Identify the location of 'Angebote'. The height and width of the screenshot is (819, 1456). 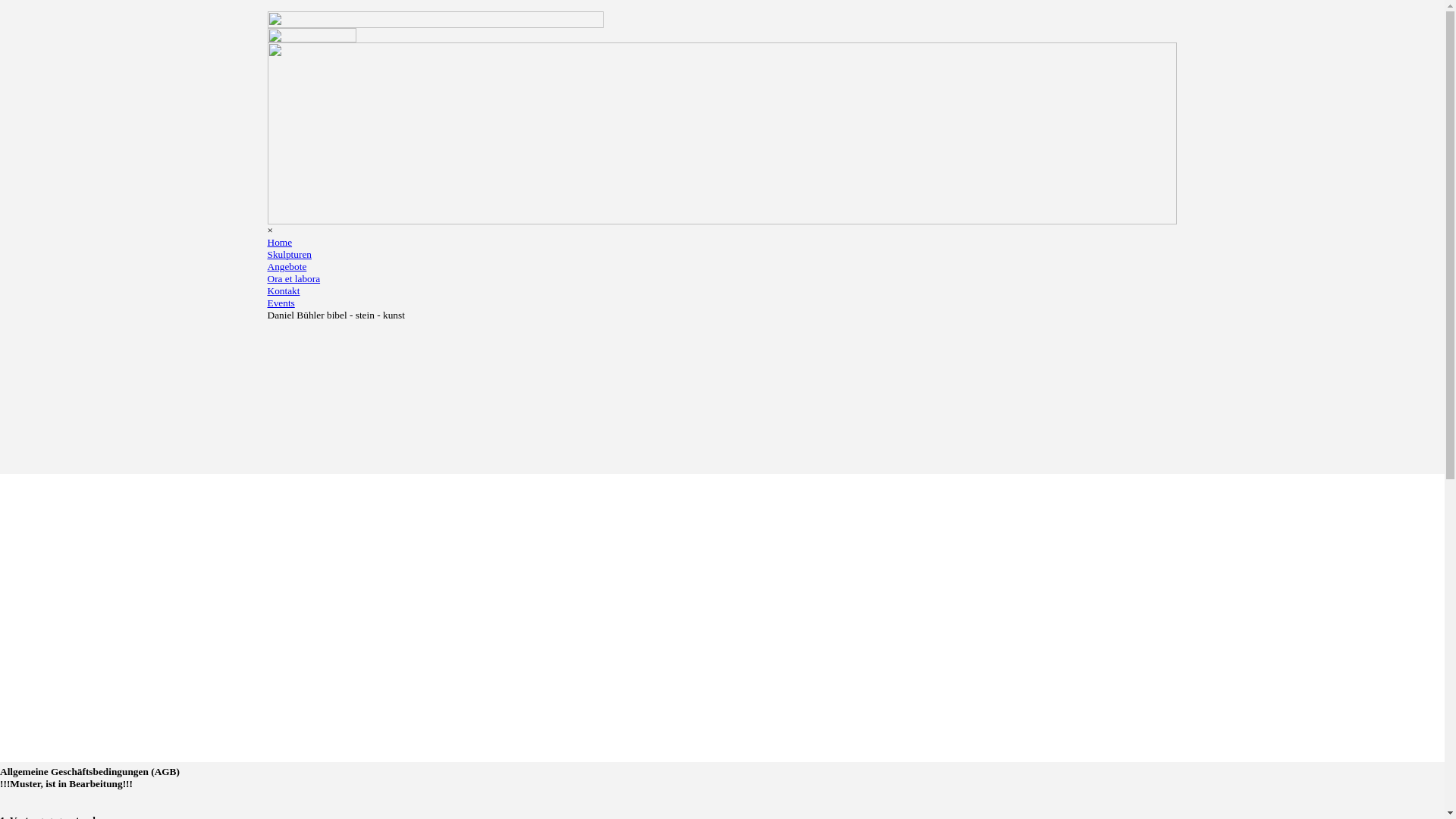
(266, 265).